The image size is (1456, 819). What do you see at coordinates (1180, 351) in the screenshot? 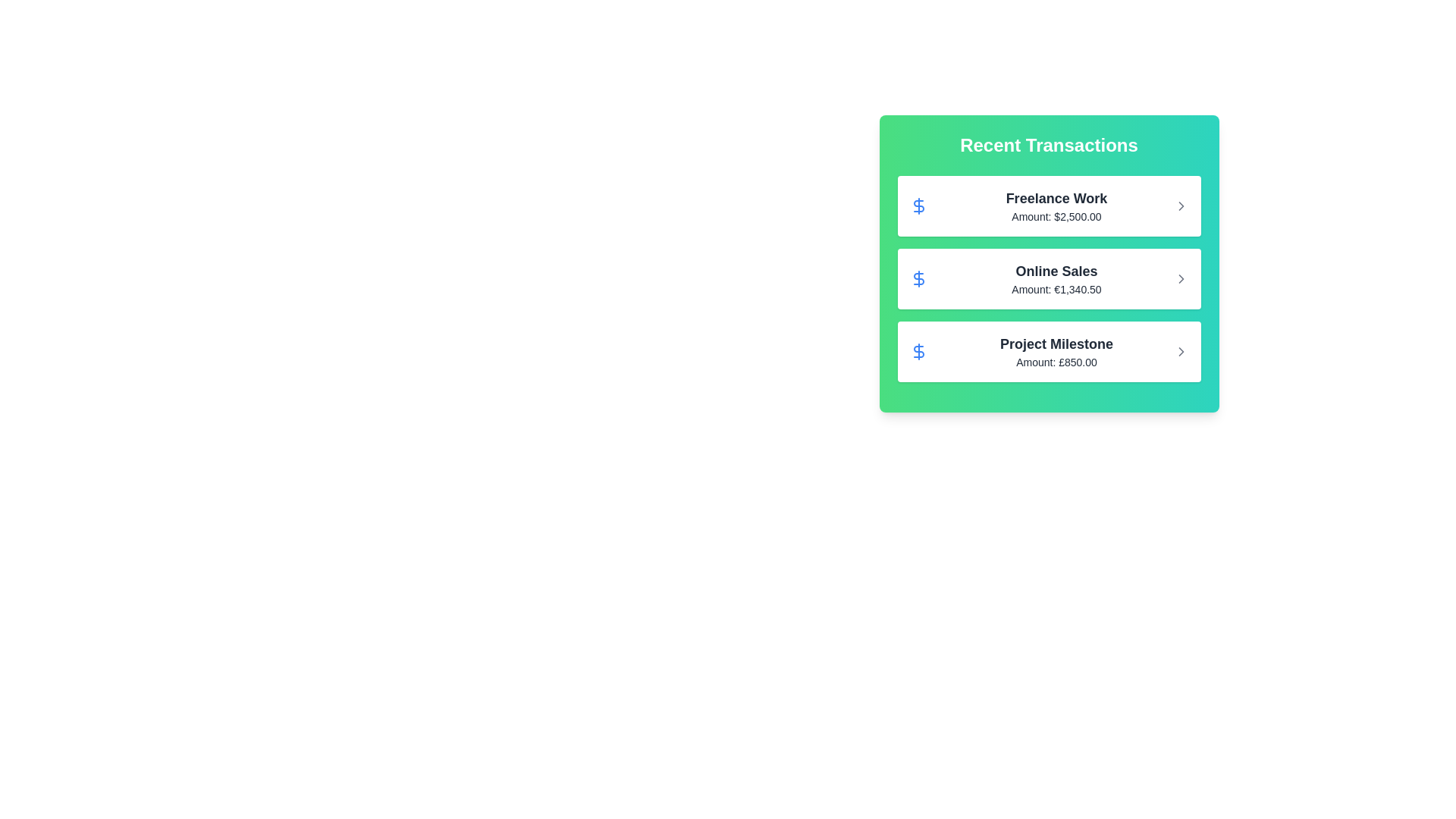
I see `the right-facing gray chevron icon located at the far right of the 'Project Milestone' item` at bounding box center [1180, 351].